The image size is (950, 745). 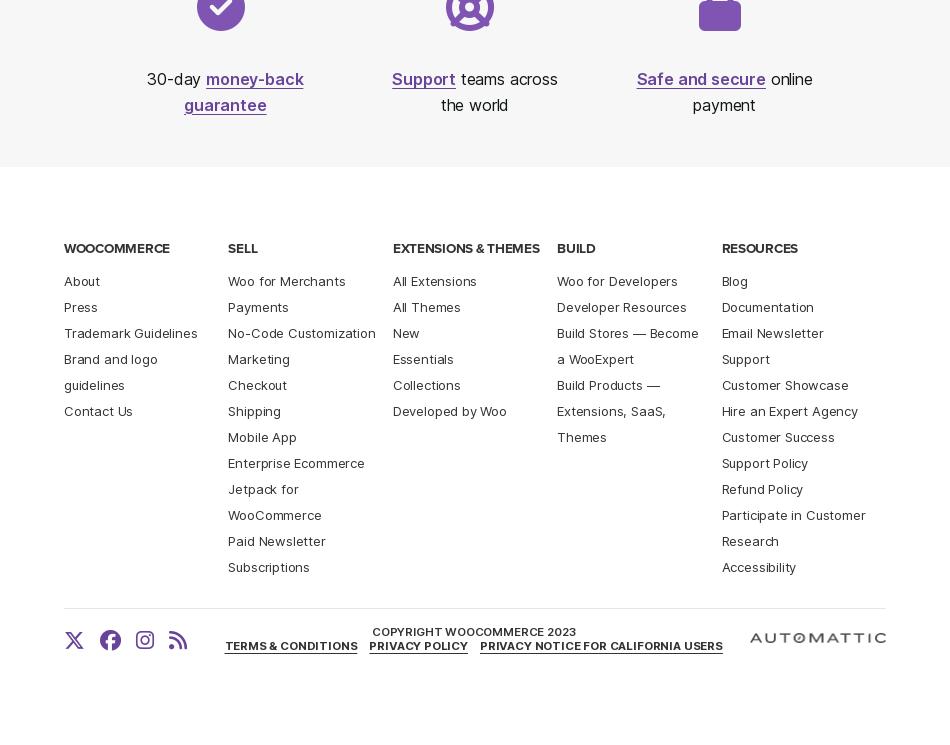 I want to click on 'online payment', so click(x=693, y=91).